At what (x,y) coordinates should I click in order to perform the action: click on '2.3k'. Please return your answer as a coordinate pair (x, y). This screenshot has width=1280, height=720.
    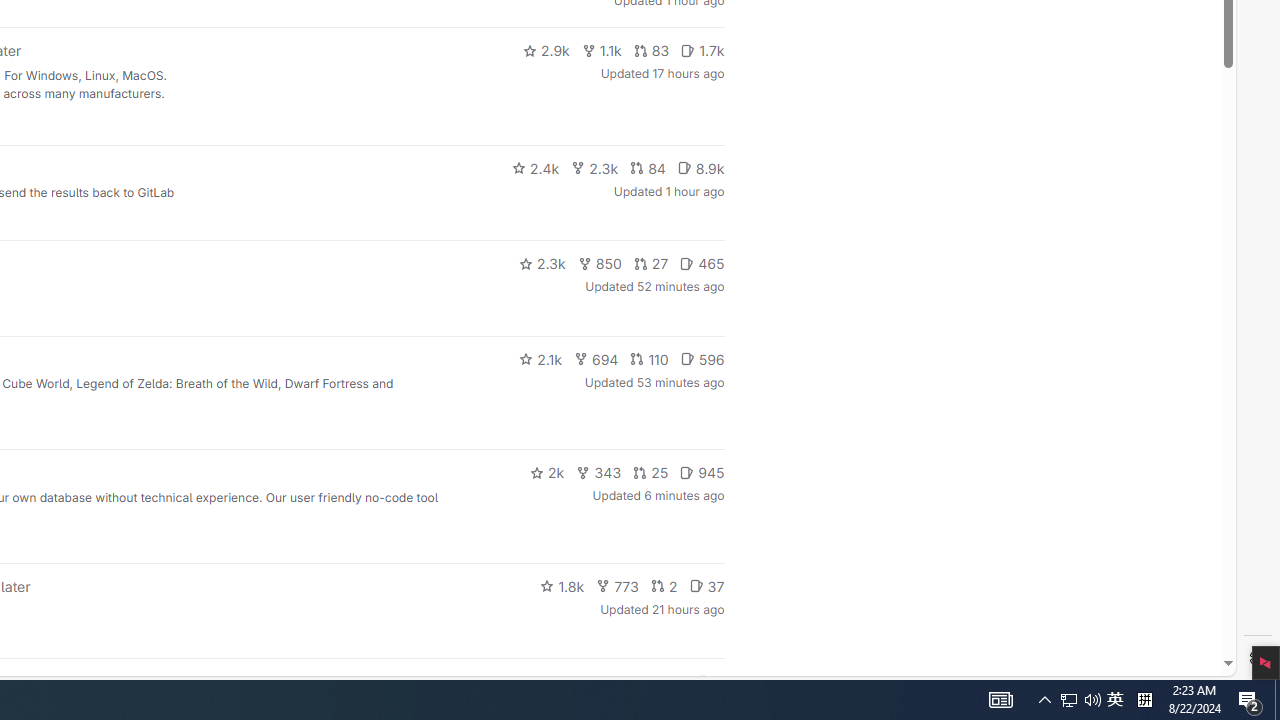
    Looking at the image, I should click on (542, 262).